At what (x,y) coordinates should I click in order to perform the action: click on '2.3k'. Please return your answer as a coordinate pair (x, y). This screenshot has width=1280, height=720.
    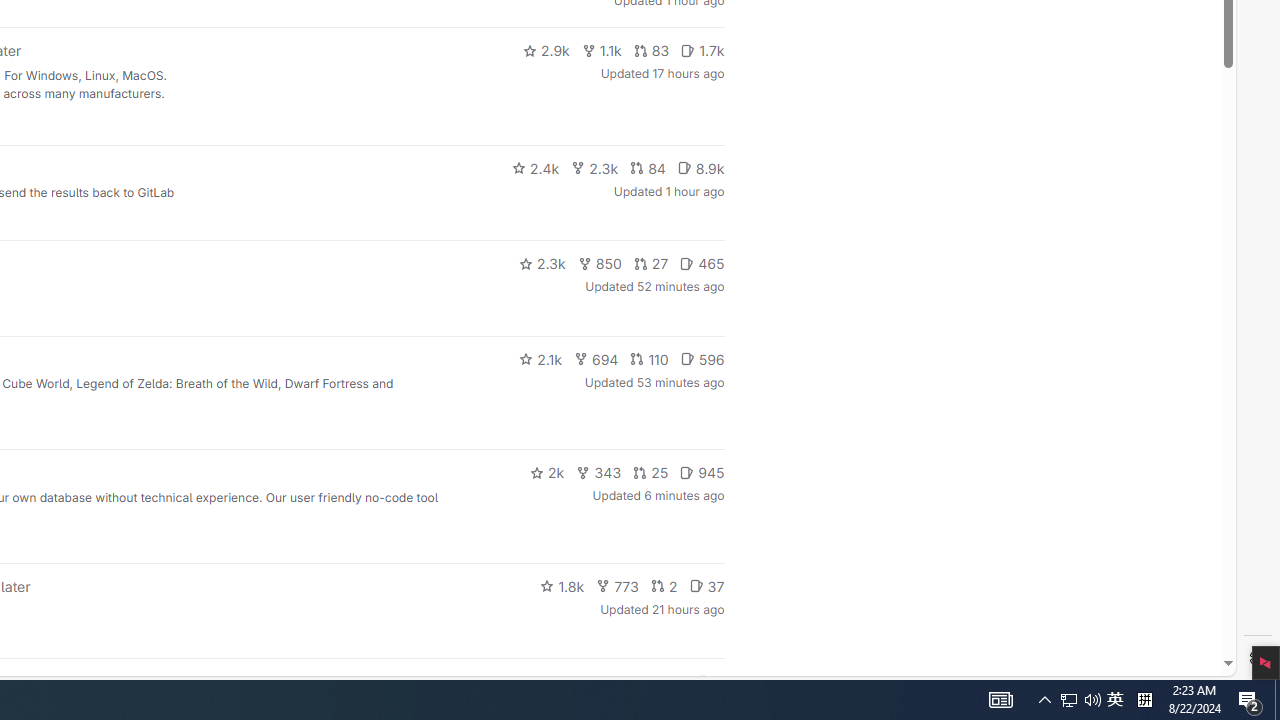
    Looking at the image, I should click on (542, 262).